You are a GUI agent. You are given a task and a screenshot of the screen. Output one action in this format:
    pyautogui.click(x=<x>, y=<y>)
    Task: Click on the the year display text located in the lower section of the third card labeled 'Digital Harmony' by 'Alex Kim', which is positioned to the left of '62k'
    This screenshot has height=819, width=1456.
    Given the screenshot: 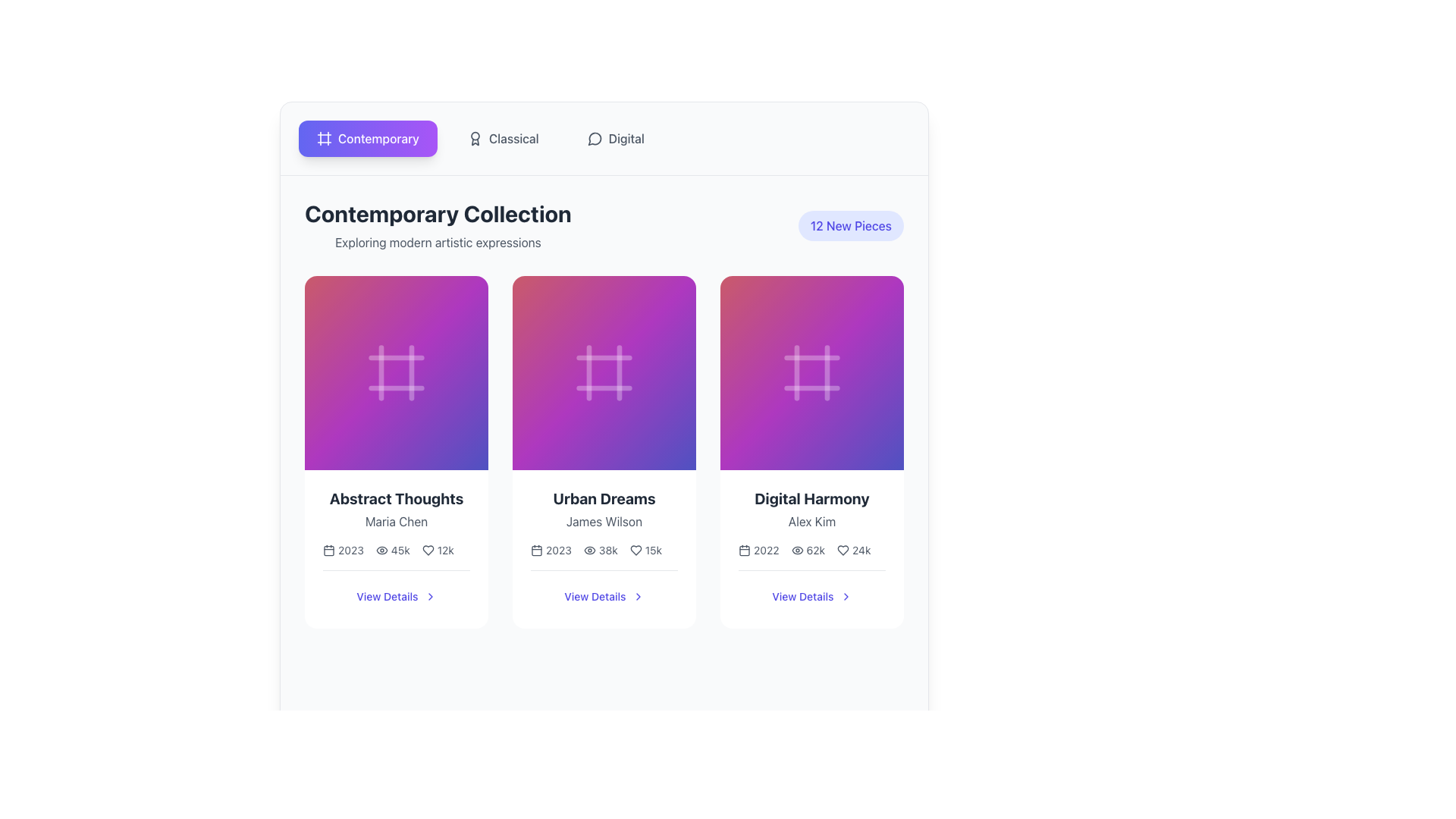 What is the action you would take?
    pyautogui.click(x=758, y=550)
    